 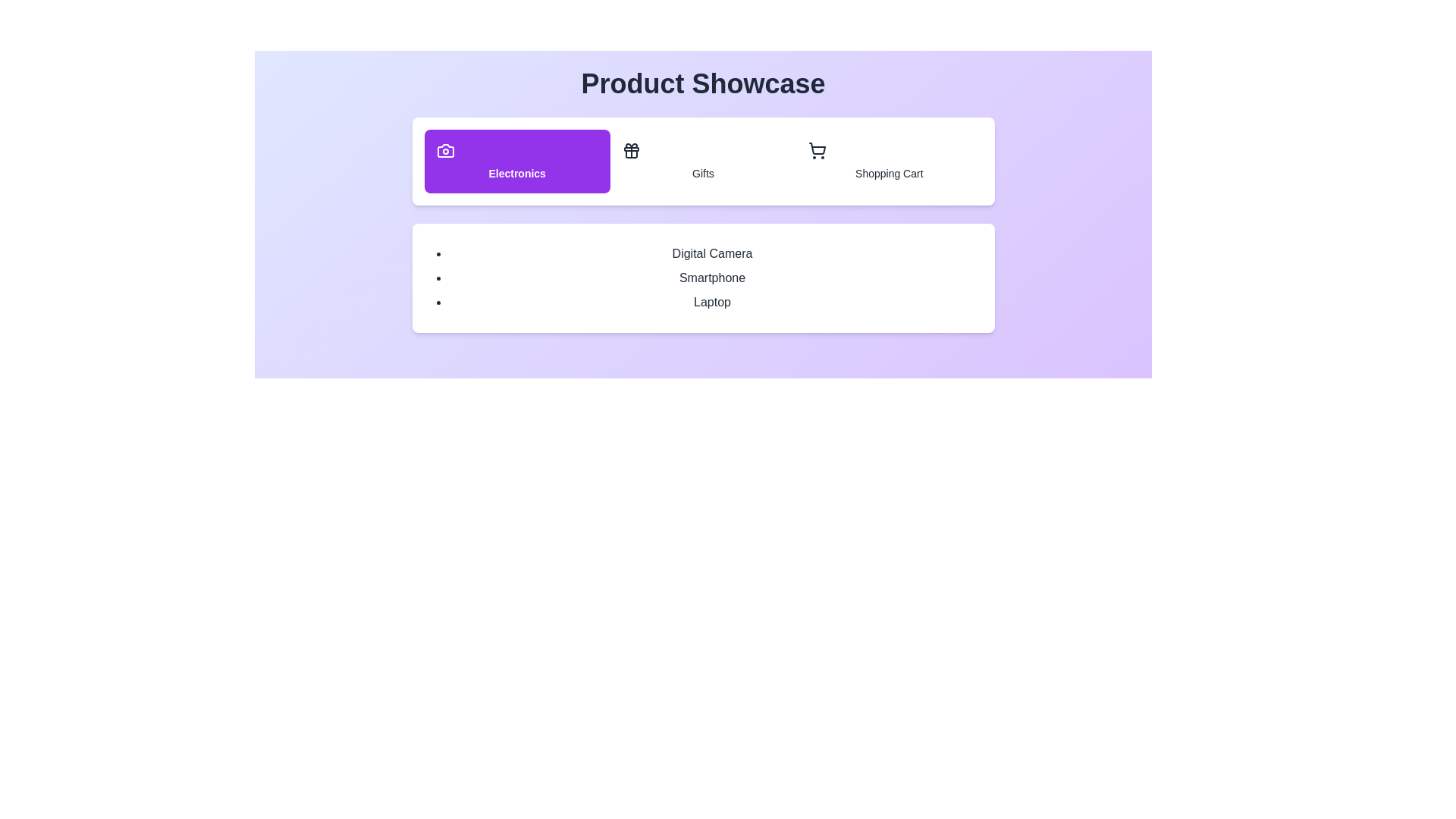 I want to click on the 'Smartphone' text element, which is the second item in the Electronics list, located between 'Digital Camera' and 'Laptop', so click(x=711, y=278).